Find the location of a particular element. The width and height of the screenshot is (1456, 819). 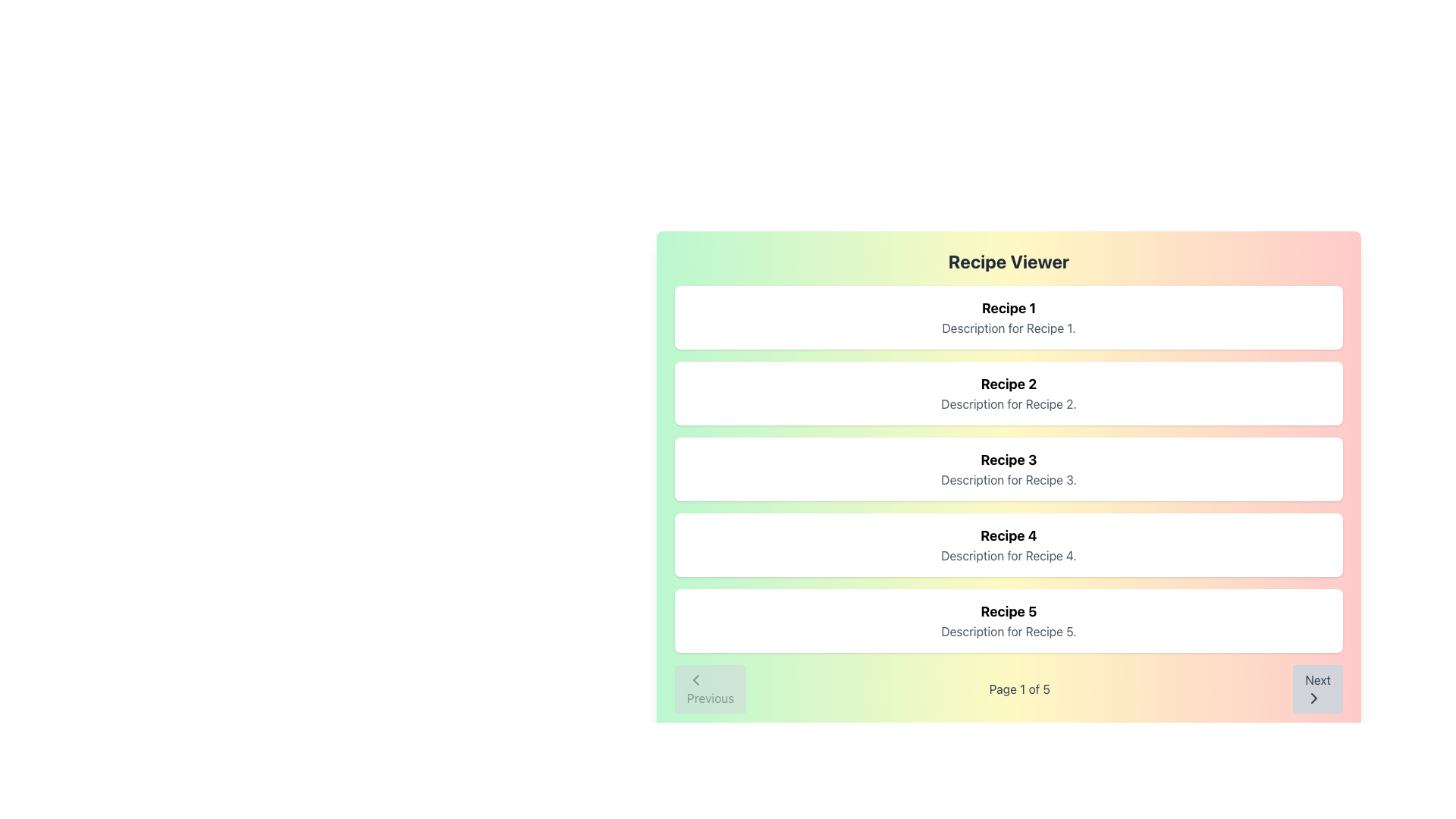

the left-pointing chevron arrow icon within the soft green 'Previous' button located in the bottom-left corner is located at coordinates (695, 679).